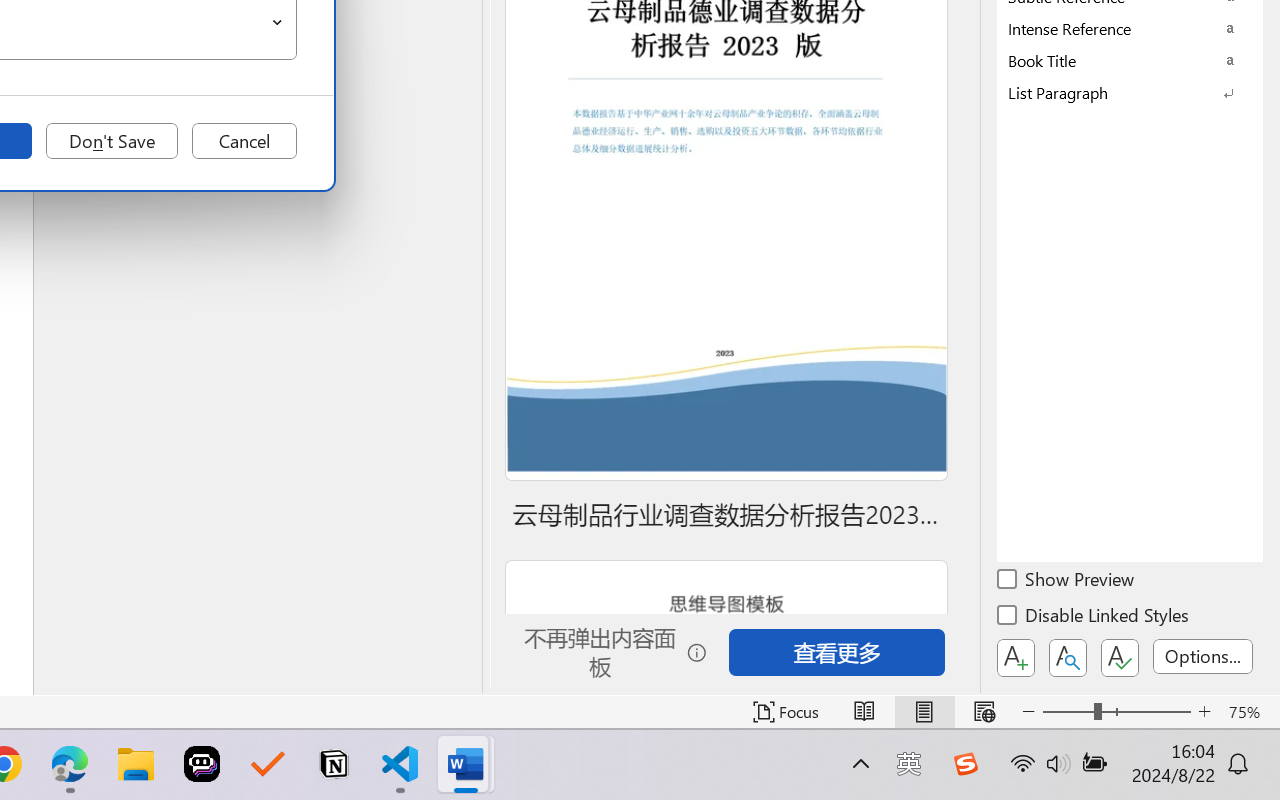  What do you see at coordinates (1067, 711) in the screenshot?
I see `'Zoom Out'` at bounding box center [1067, 711].